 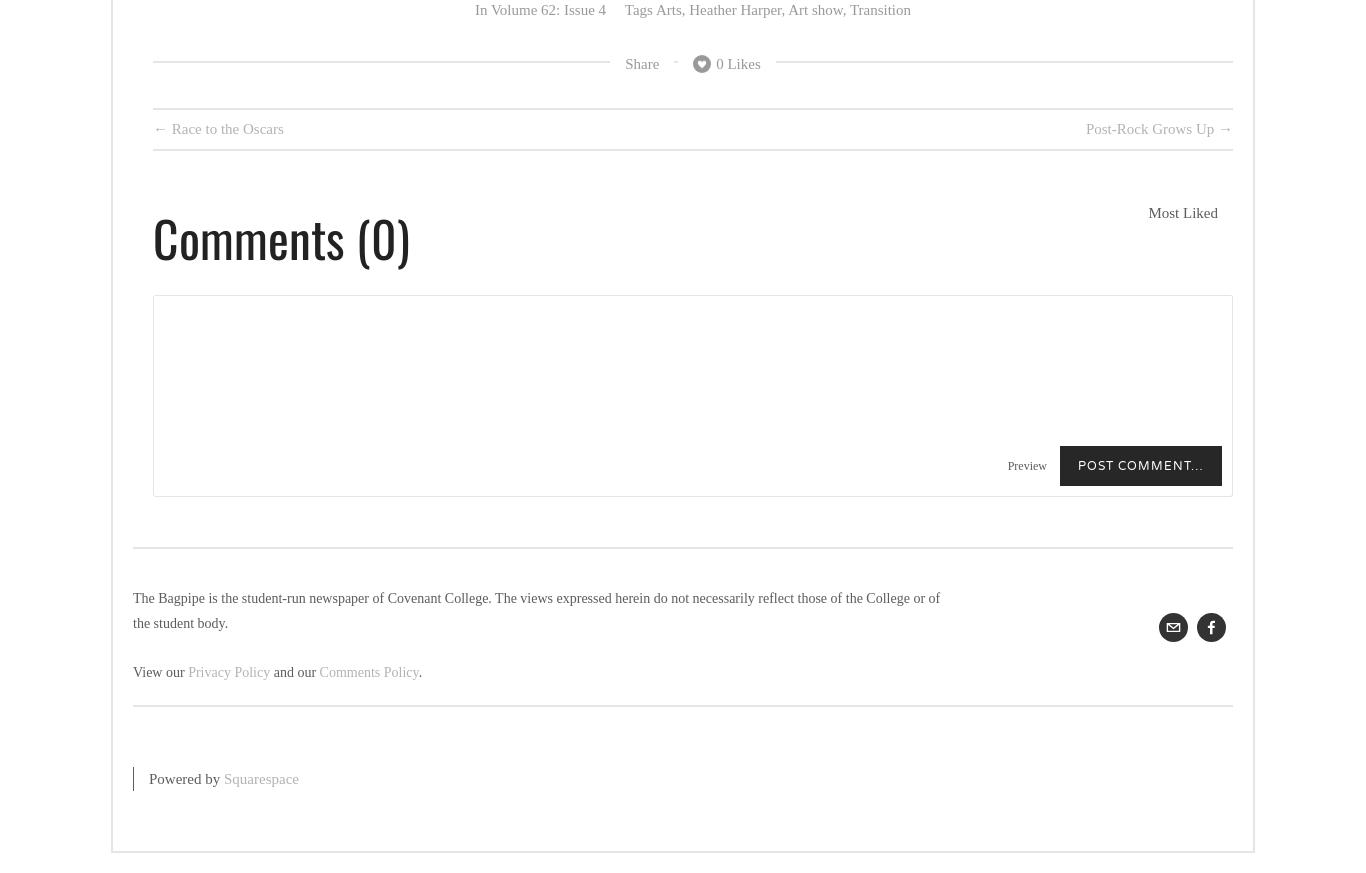 I want to click on 'Squarespace', so click(x=261, y=777).